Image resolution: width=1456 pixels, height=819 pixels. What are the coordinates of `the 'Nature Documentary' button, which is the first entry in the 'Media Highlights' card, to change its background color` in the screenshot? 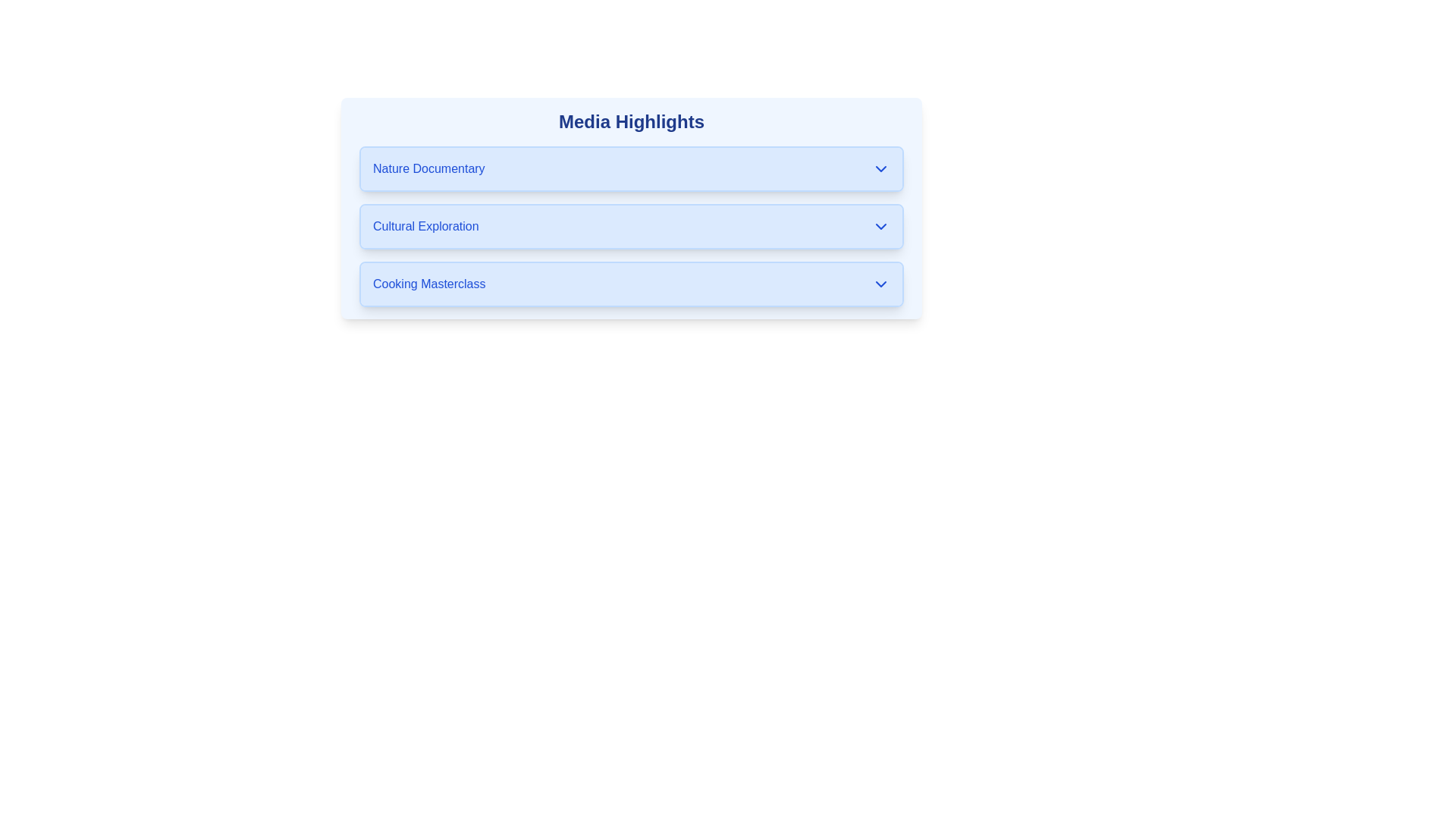 It's located at (632, 169).